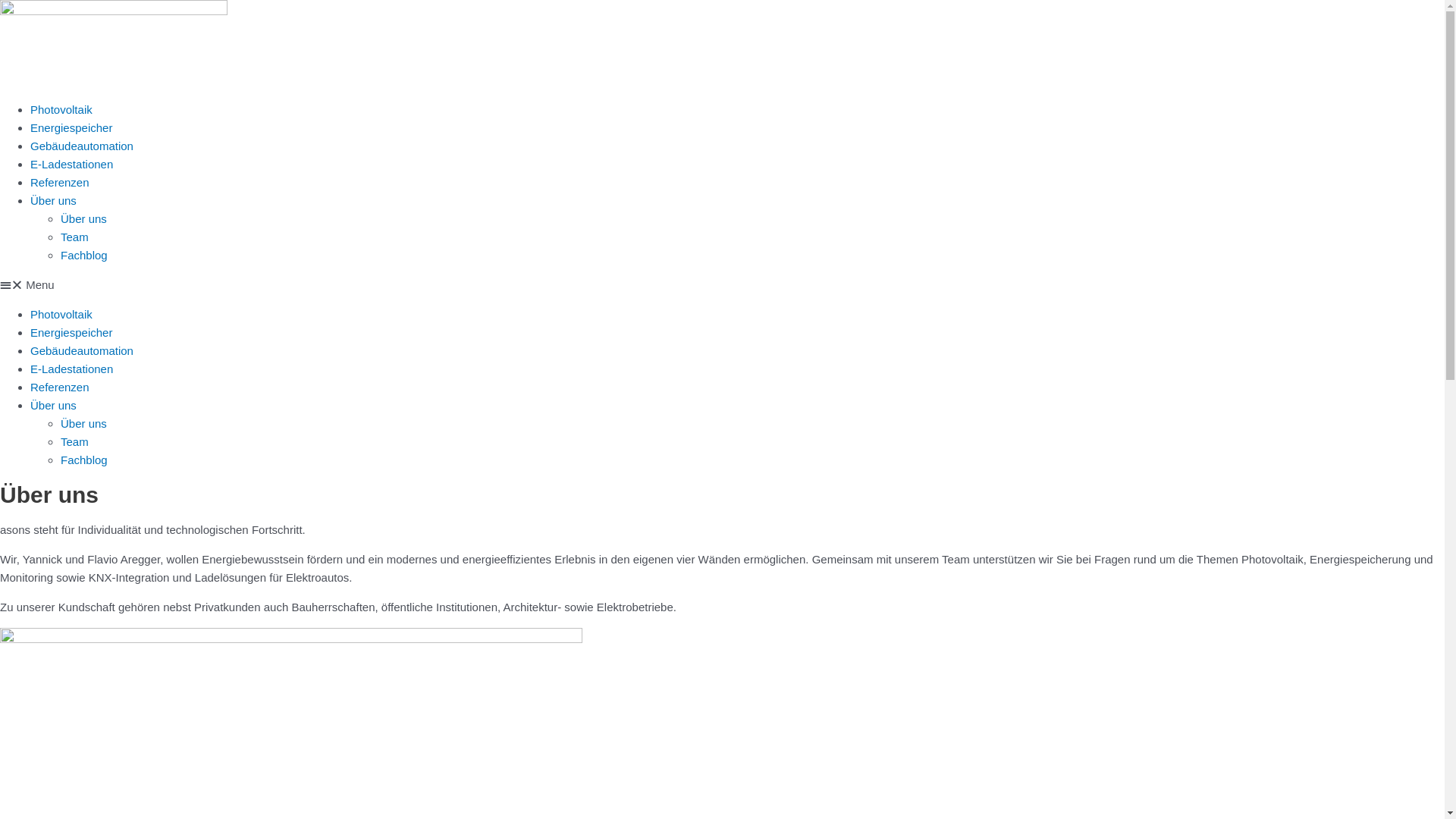 Image resolution: width=1456 pixels, height=819 pixels. Describe the element at coordinates (83, 459) in the screenshot. I see `'Fachblog'` at that location.